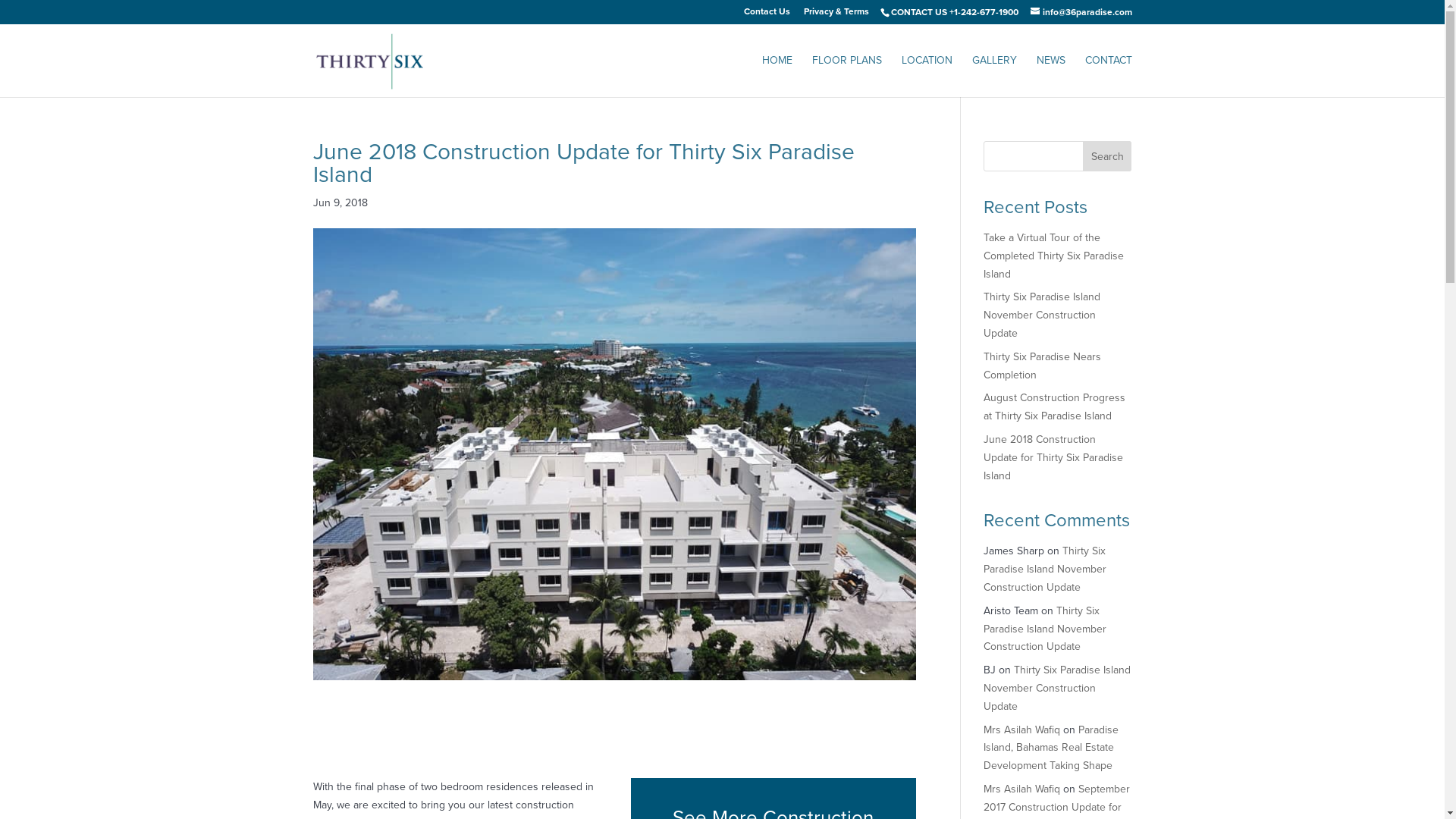  I want to click on 'June 2018 Construction Update for Thirty Six Paradise Island', so click(1052, 457).